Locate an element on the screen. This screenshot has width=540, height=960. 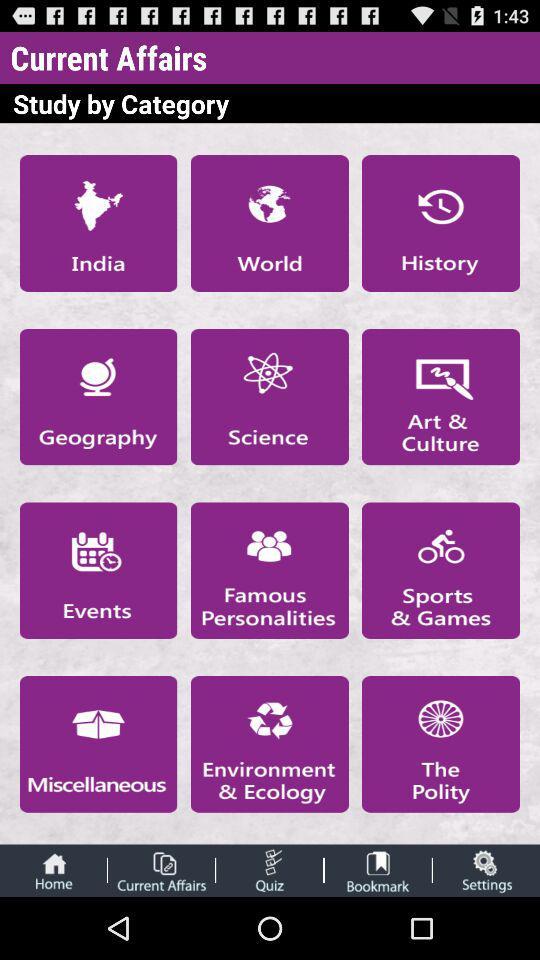
study category is located at coordinates (269, 570).